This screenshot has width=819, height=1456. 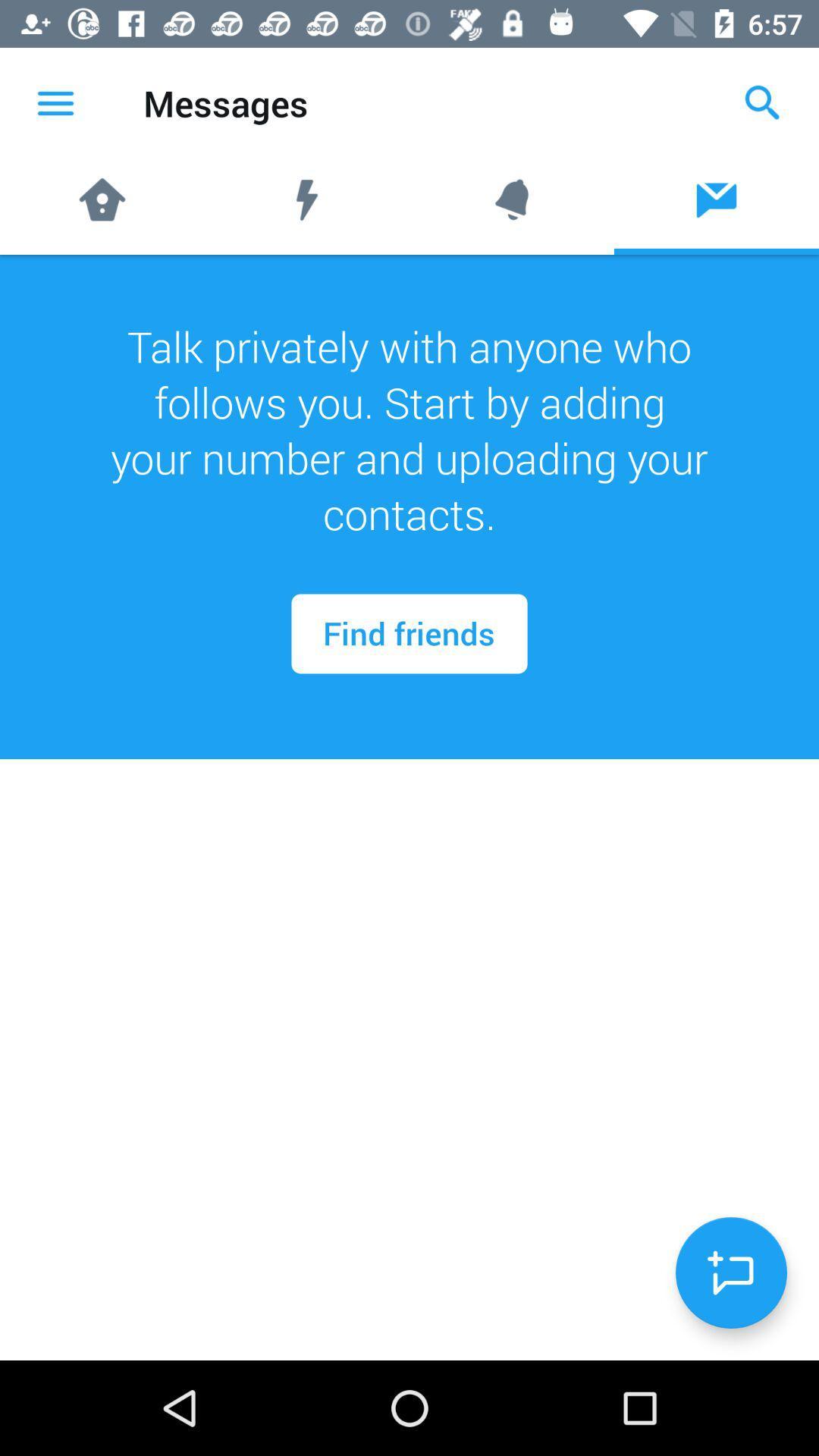 What do you see at coordinates (409, 429) in the screenshot?
I see `the item above the find friends` at bounding box center [409, 429].